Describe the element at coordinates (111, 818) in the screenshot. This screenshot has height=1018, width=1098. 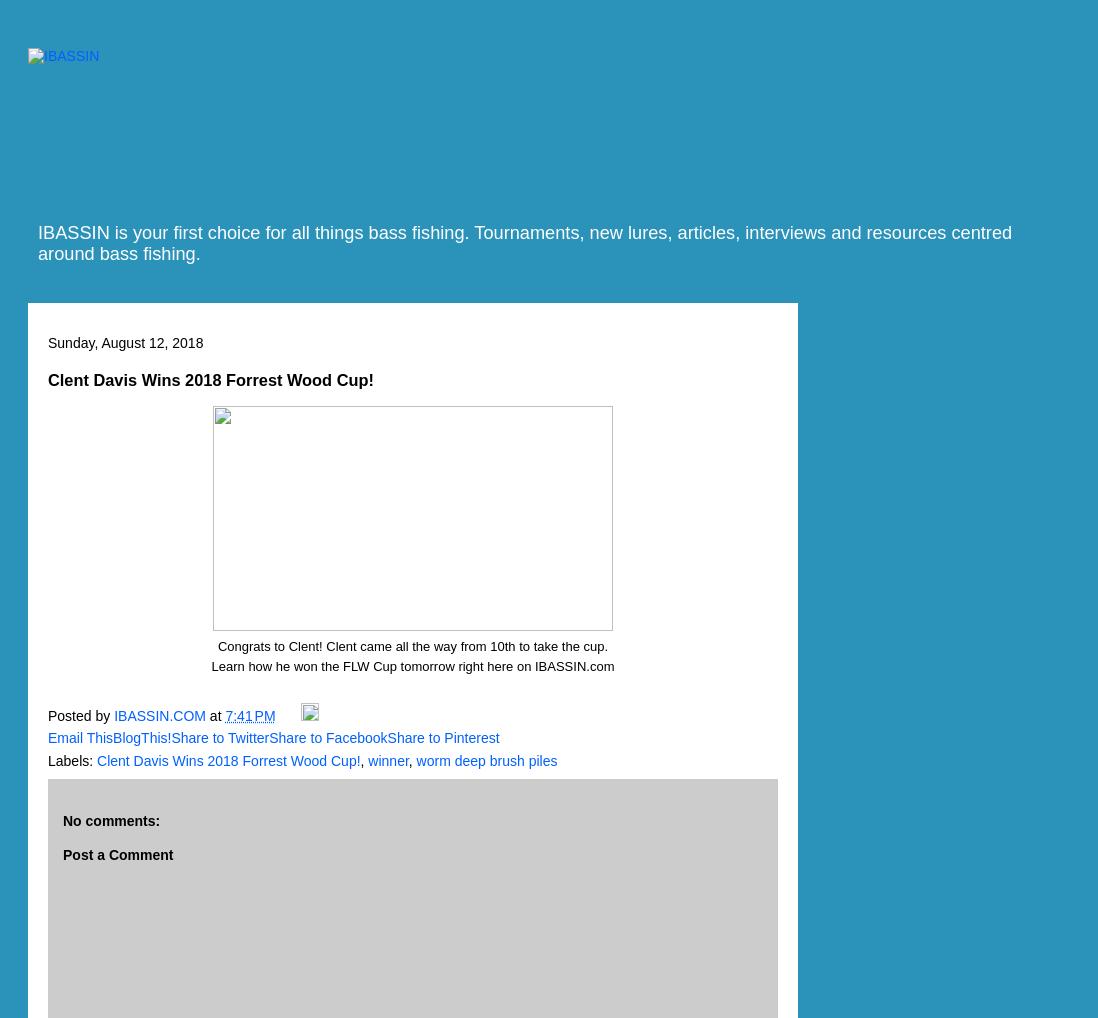
I see `'No comments:'` at that location.